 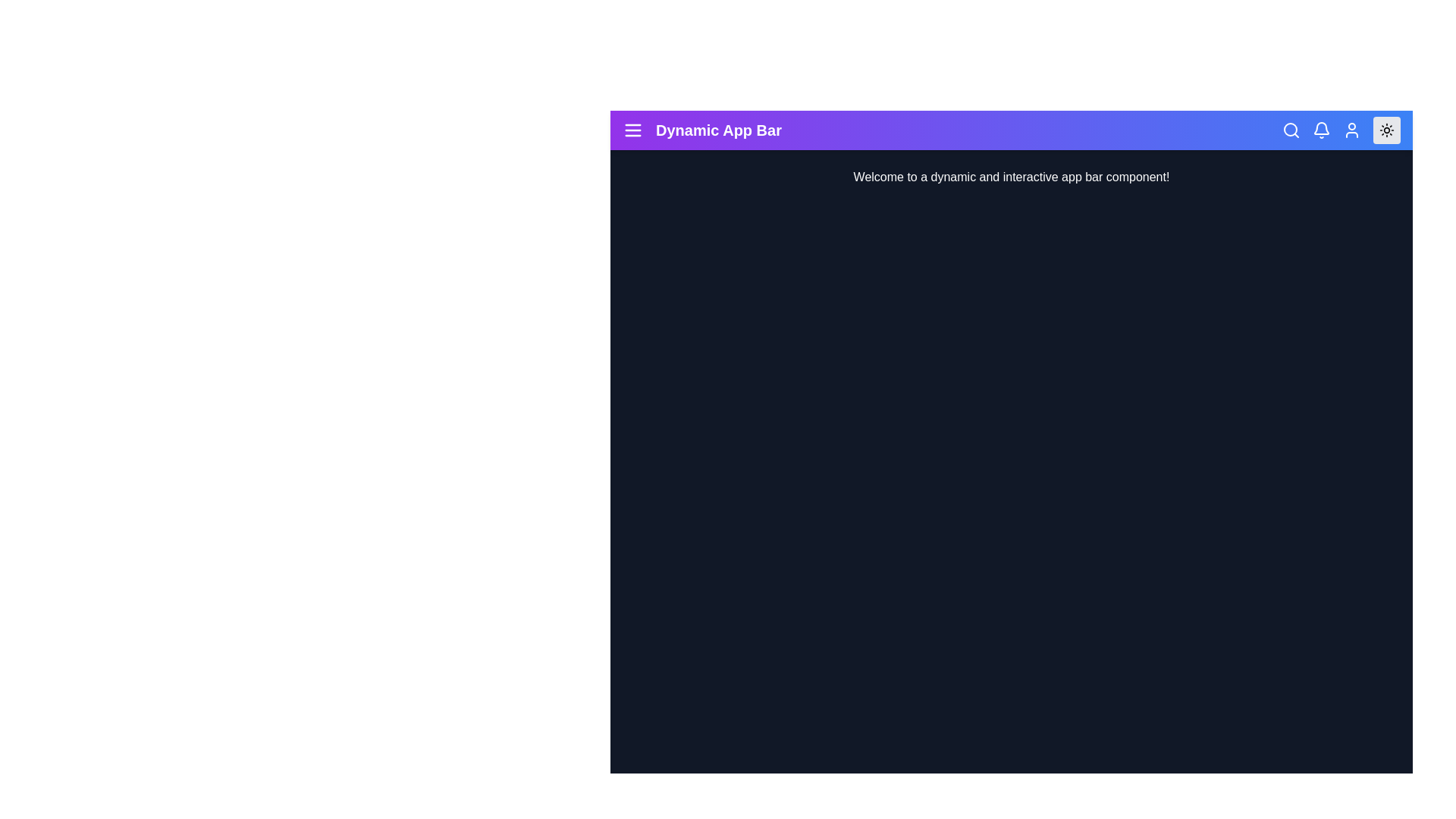 I want to click on the app title to select it, so click(x=717, y=130).